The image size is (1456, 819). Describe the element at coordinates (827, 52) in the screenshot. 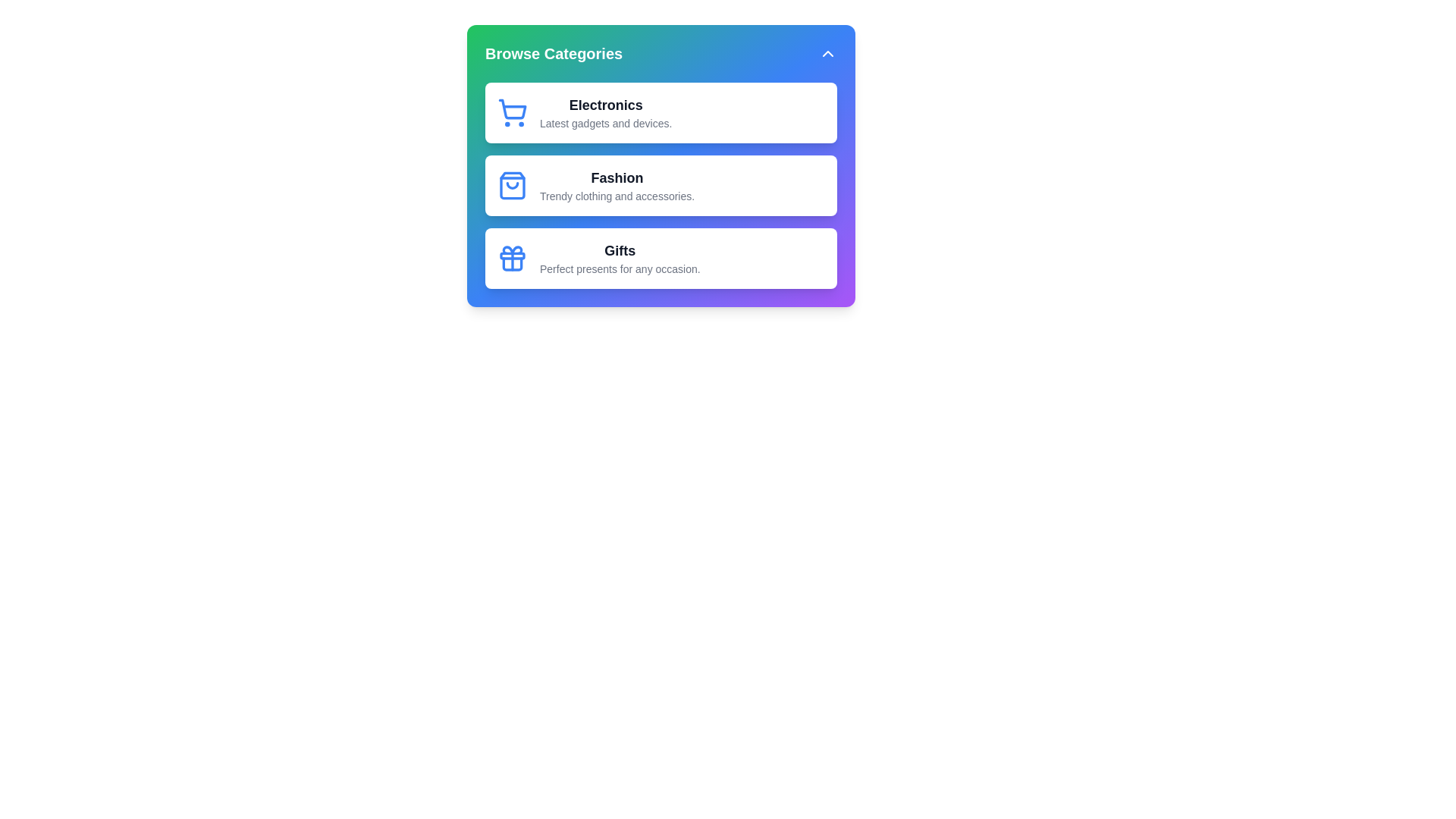

I see `expand/collapse button to toggle the category menu expansion state` at that location.